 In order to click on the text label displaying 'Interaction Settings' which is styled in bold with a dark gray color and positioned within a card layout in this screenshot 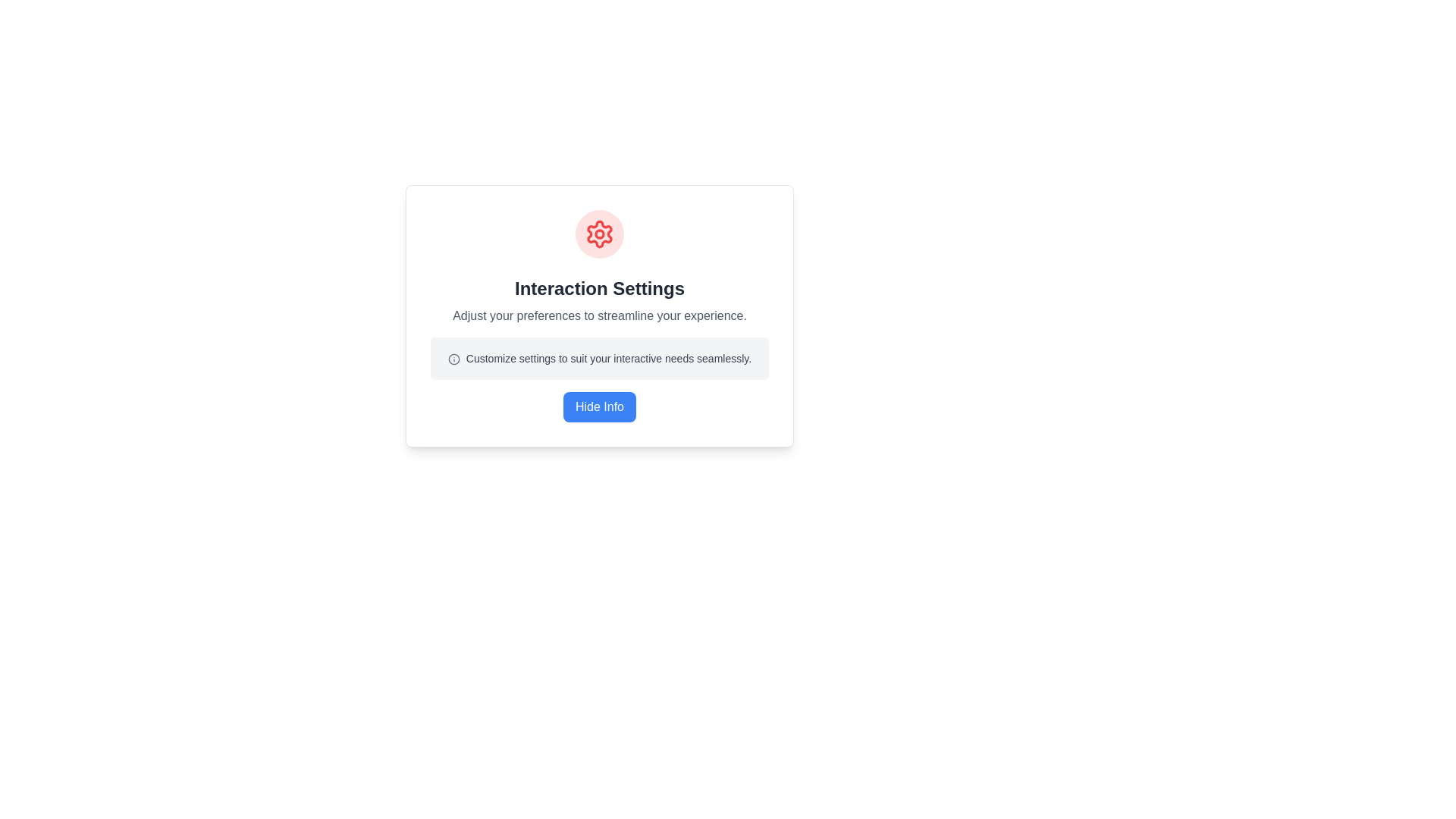, I will do `click(599, 289)`.